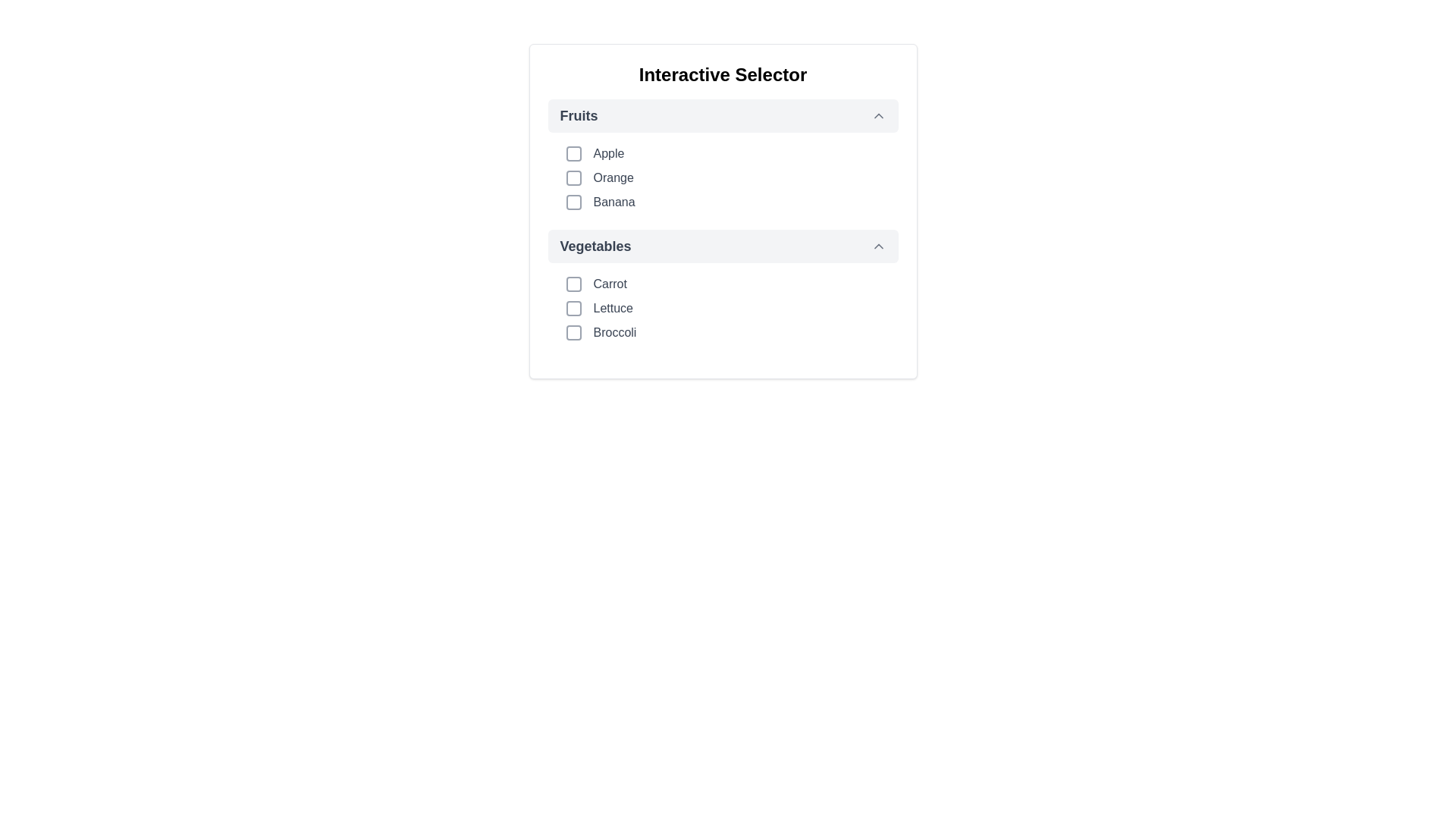 The width and height of the screenshot is (1456, 819). Describe the element at coordinates (878, 115) in the screenshot. I see `the chevron-up icon` at that location.